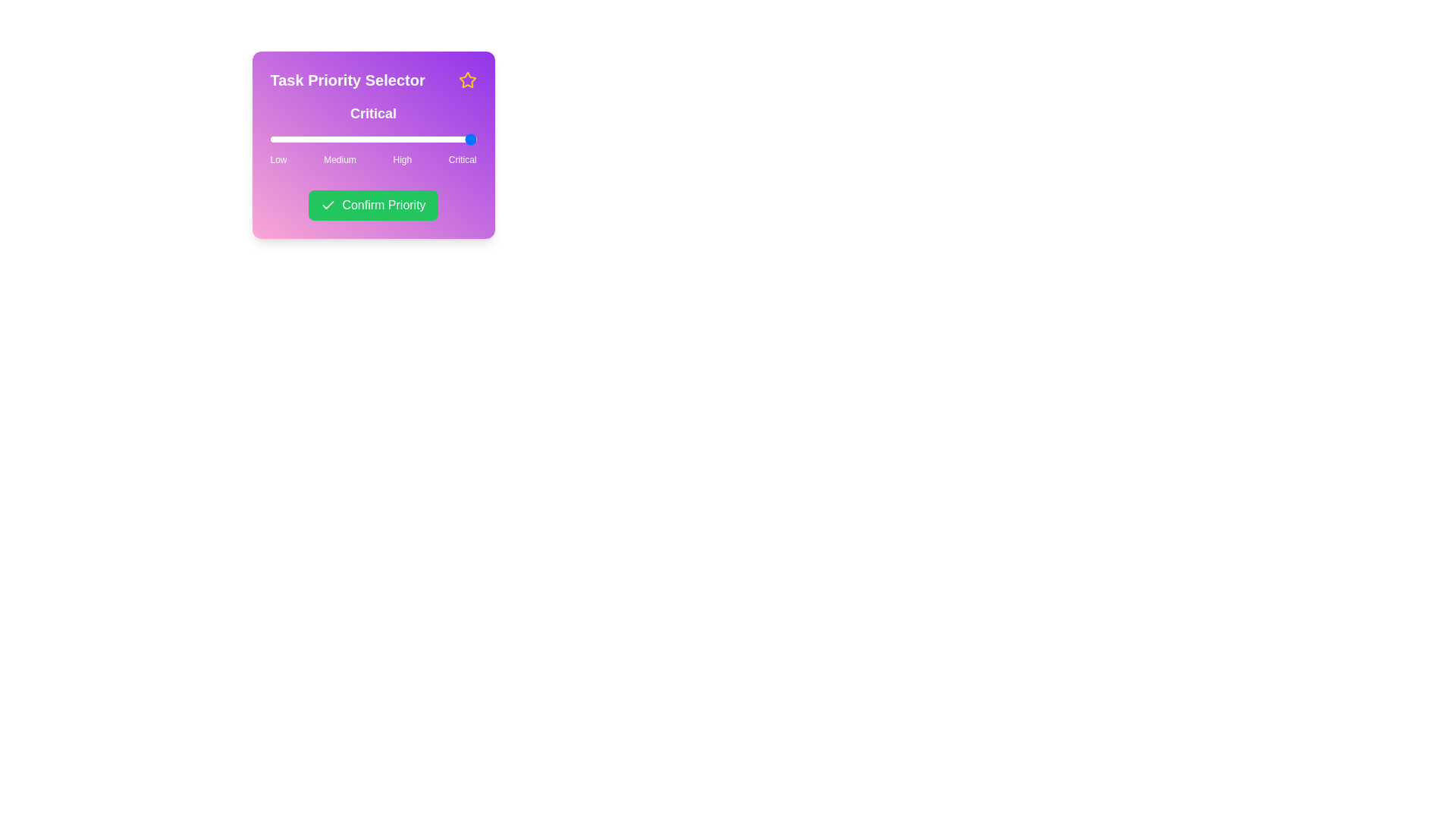 The image size is (1456, 819). What do you see at coordinates (373, 205) in the screenshot?
I see `the green 'Confirm Priority' button with rounded edges that has a white checkmark icon and white text, located at the bottom center of the interface to confirm the selection` at bounding box center [373, 205].